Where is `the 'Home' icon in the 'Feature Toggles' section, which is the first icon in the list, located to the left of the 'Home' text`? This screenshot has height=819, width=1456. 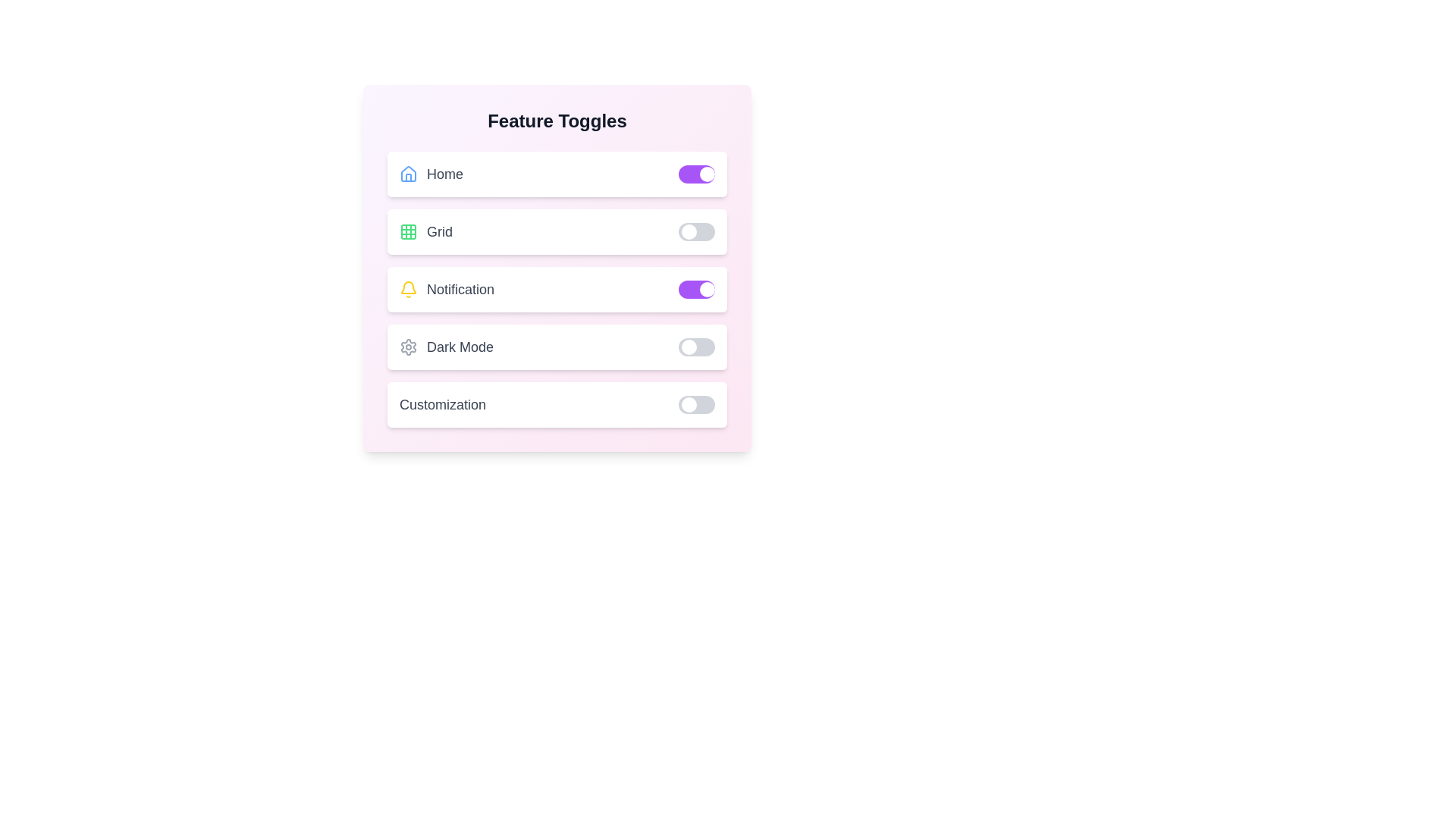 the 'Home' icon in the 'Feature Toggles' section, which is the first icon in the list, located to the left of the 'Home' text is located at coordinates (408, 172).